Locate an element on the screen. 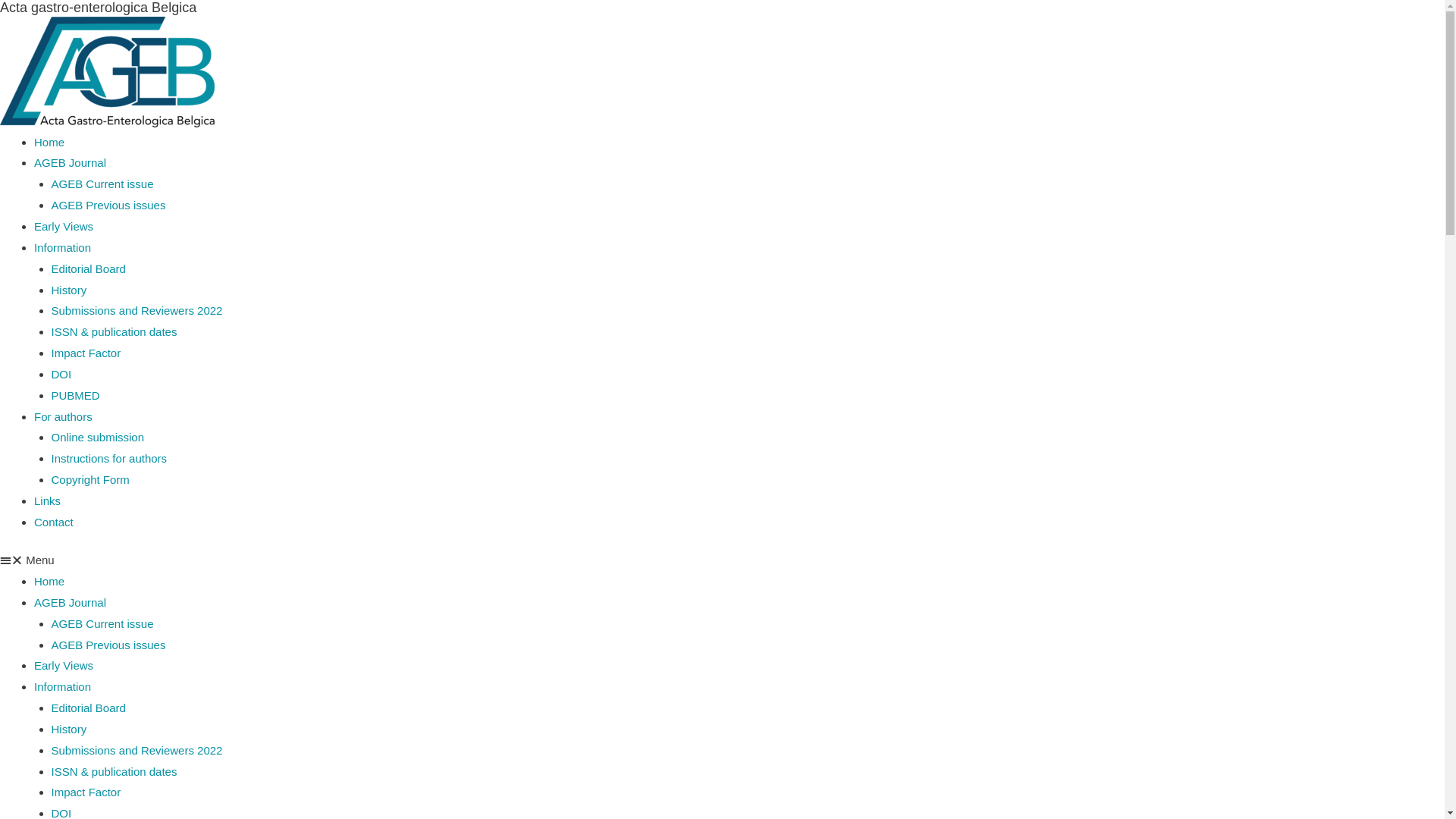  'Instructions for authors' is located at coordinates (108, 457).